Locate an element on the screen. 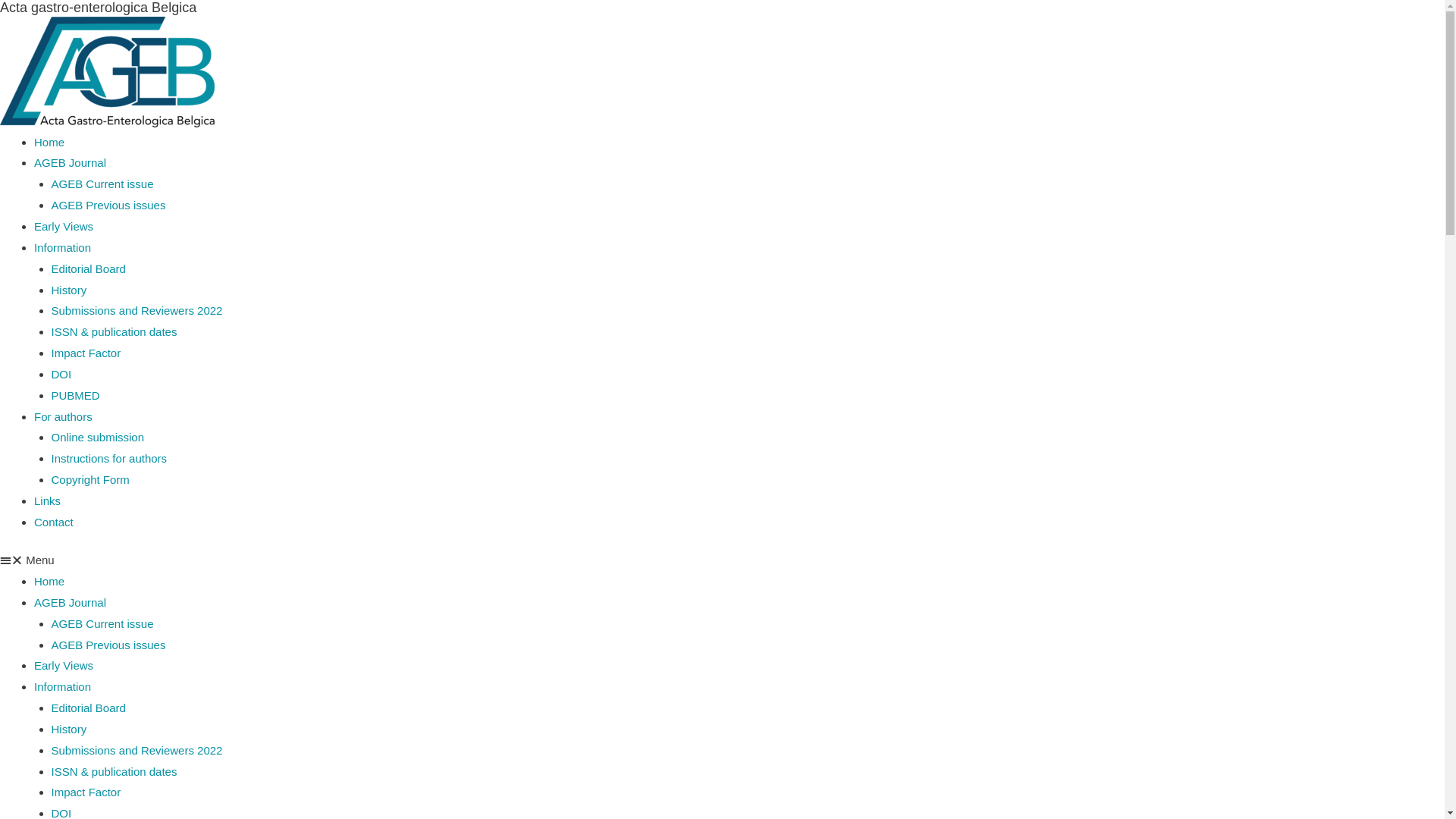  'Instructions for authors' is located at coordinates (108, 457).